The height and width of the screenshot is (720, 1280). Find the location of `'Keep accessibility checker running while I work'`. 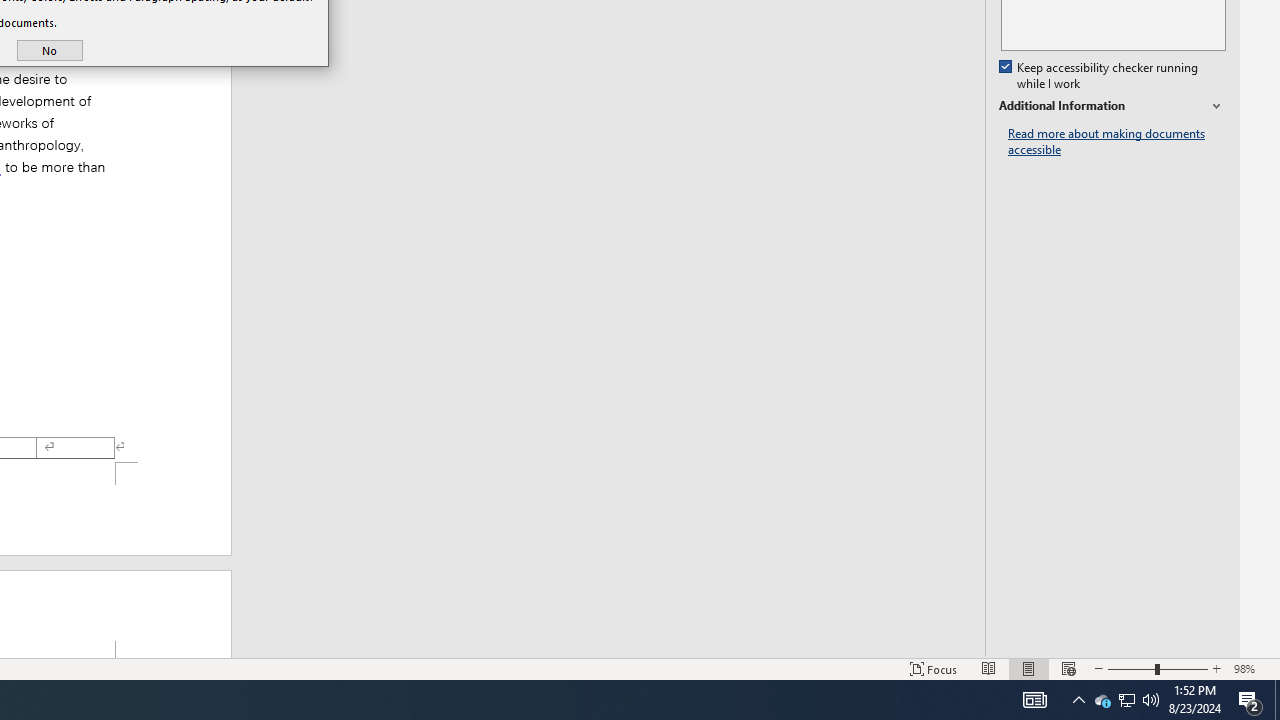

'Keep accessibility checker running while I work' is located at coordinates (1099, 75).